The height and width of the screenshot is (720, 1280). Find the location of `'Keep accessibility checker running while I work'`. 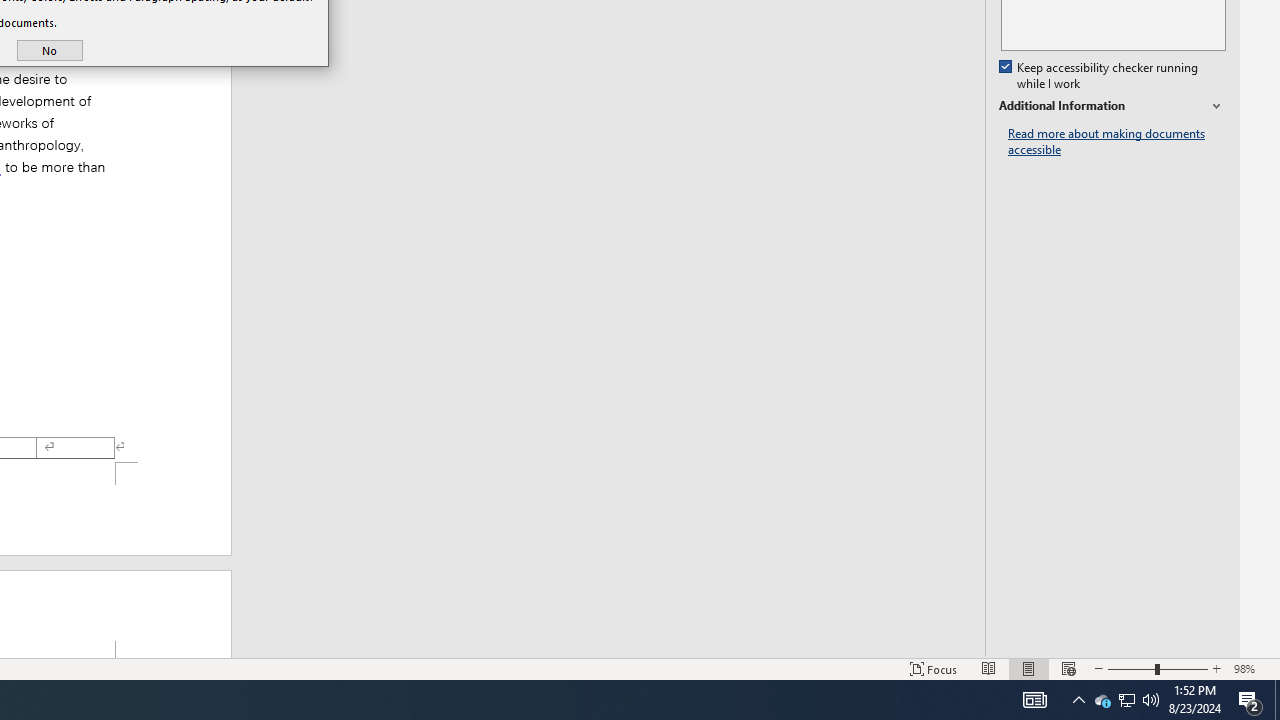

'Keep accessibility checker running while I work' is located at coordinates (1099, 75).